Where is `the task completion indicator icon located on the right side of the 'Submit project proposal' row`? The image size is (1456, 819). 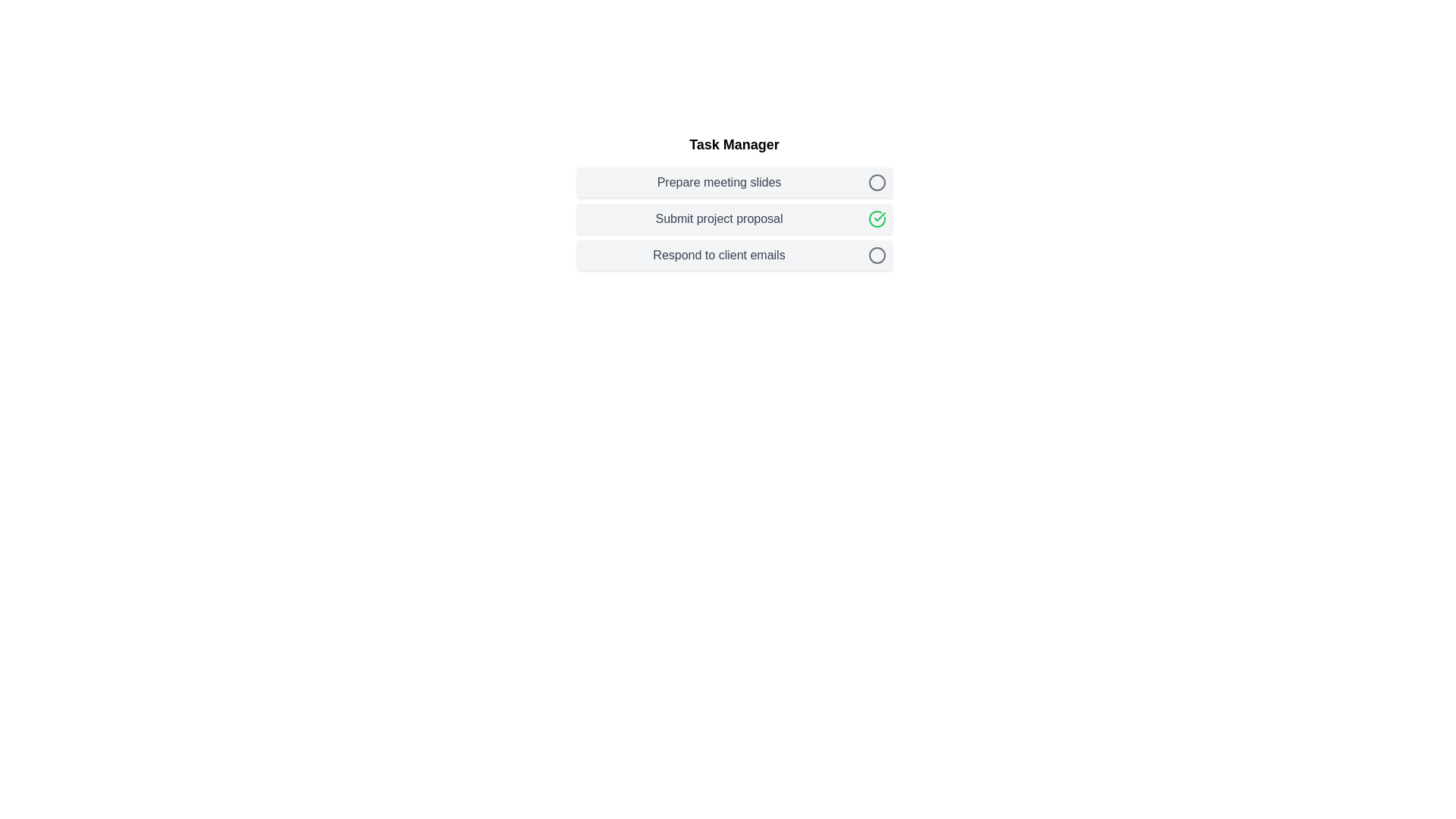 the task completion indicator icon located on the right side of the 'Submit project proposal' row is located at coordinates (877, 219).